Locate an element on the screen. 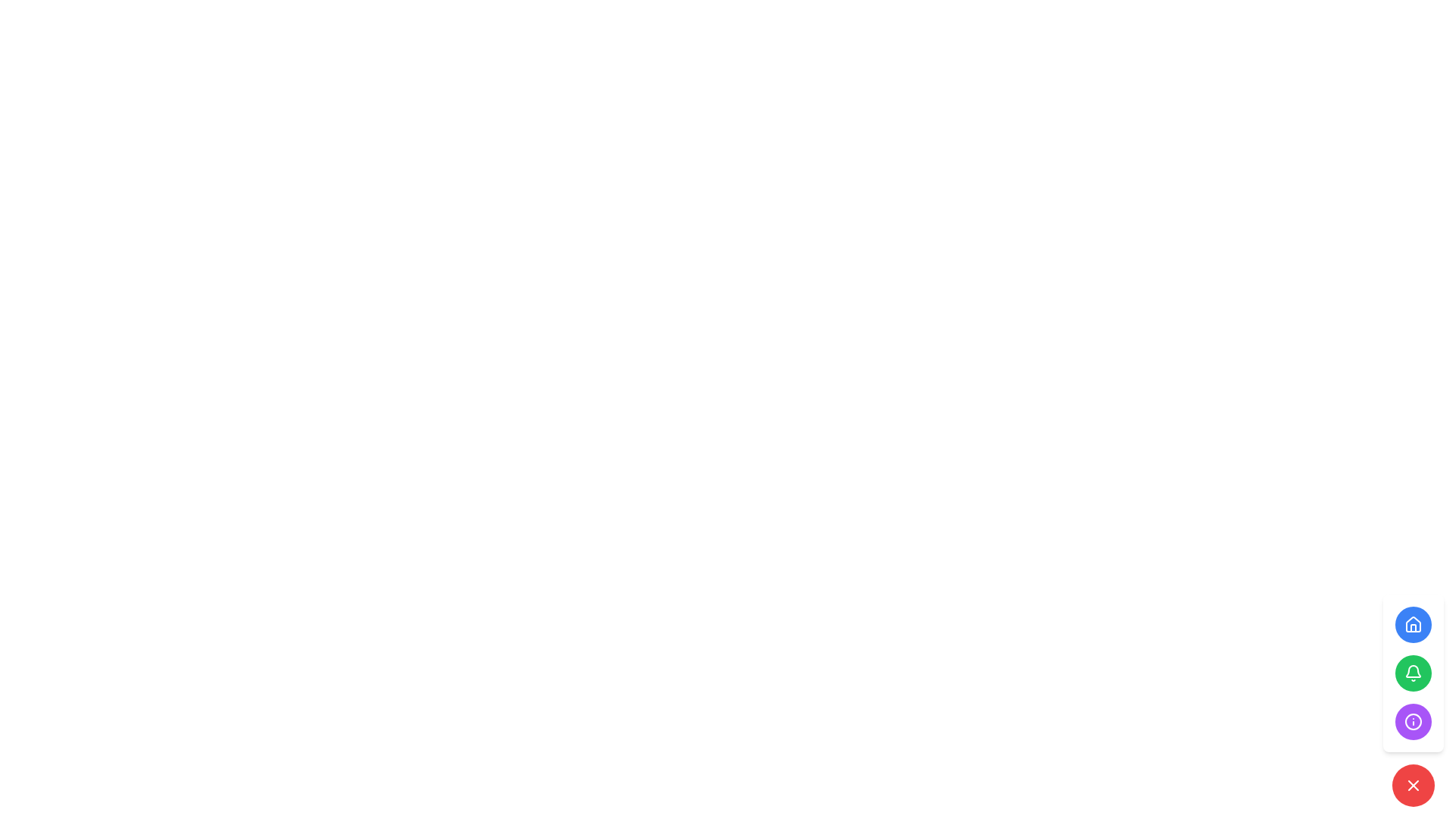  the house icon located within the blue circular button at the top of the vertically stacked buttons on the far-right side of the interface is located at coordinates (1412, 625).